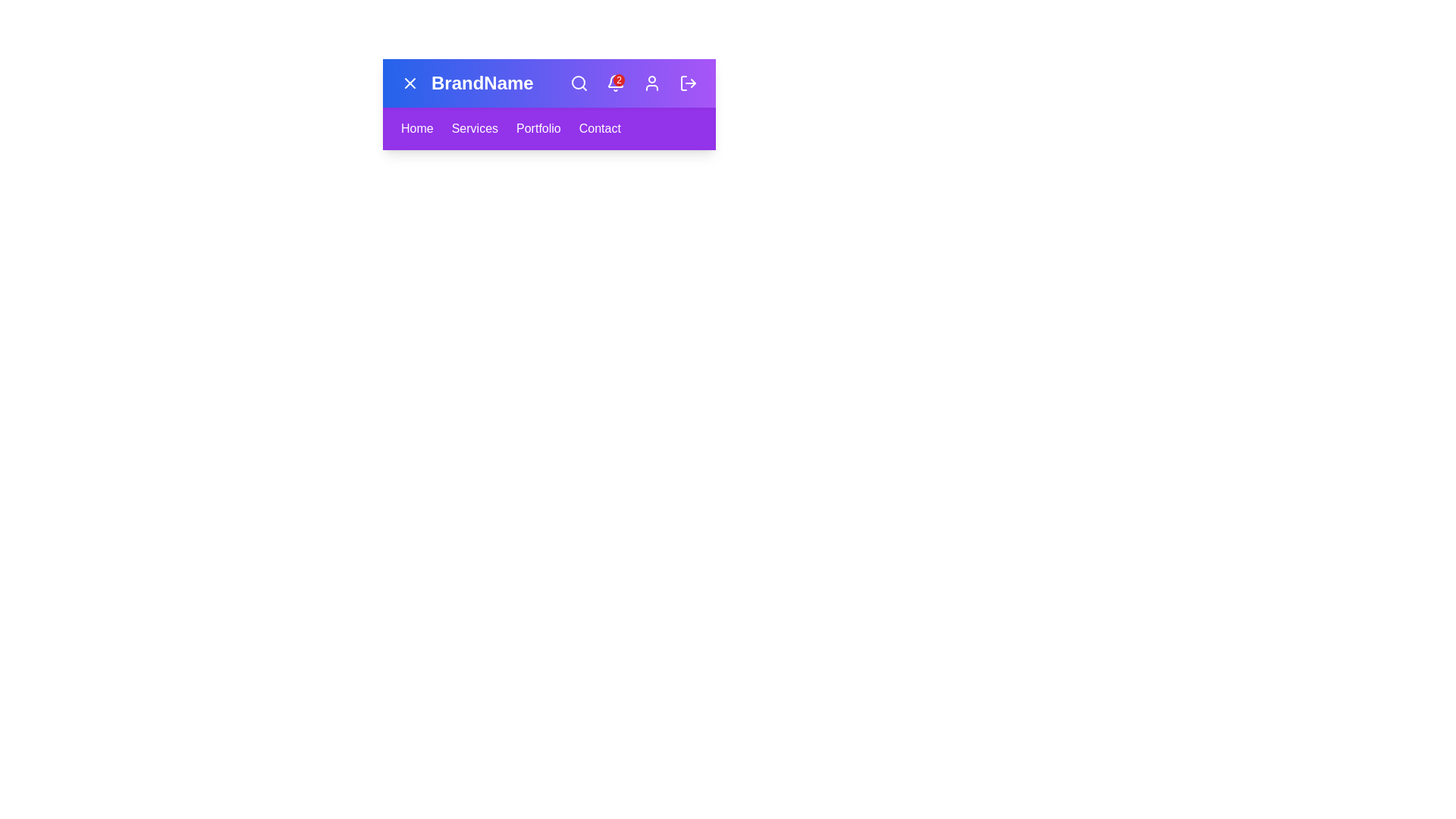 The width and height of the screenshot is (1456, 819). Describe the element at coordinates (474, 127) in the screenshot. I see `the 'Services' text label in the purple navigation bar, which is the second item from the left, positioned between 'Home' and 'Portfolio'` at that location.